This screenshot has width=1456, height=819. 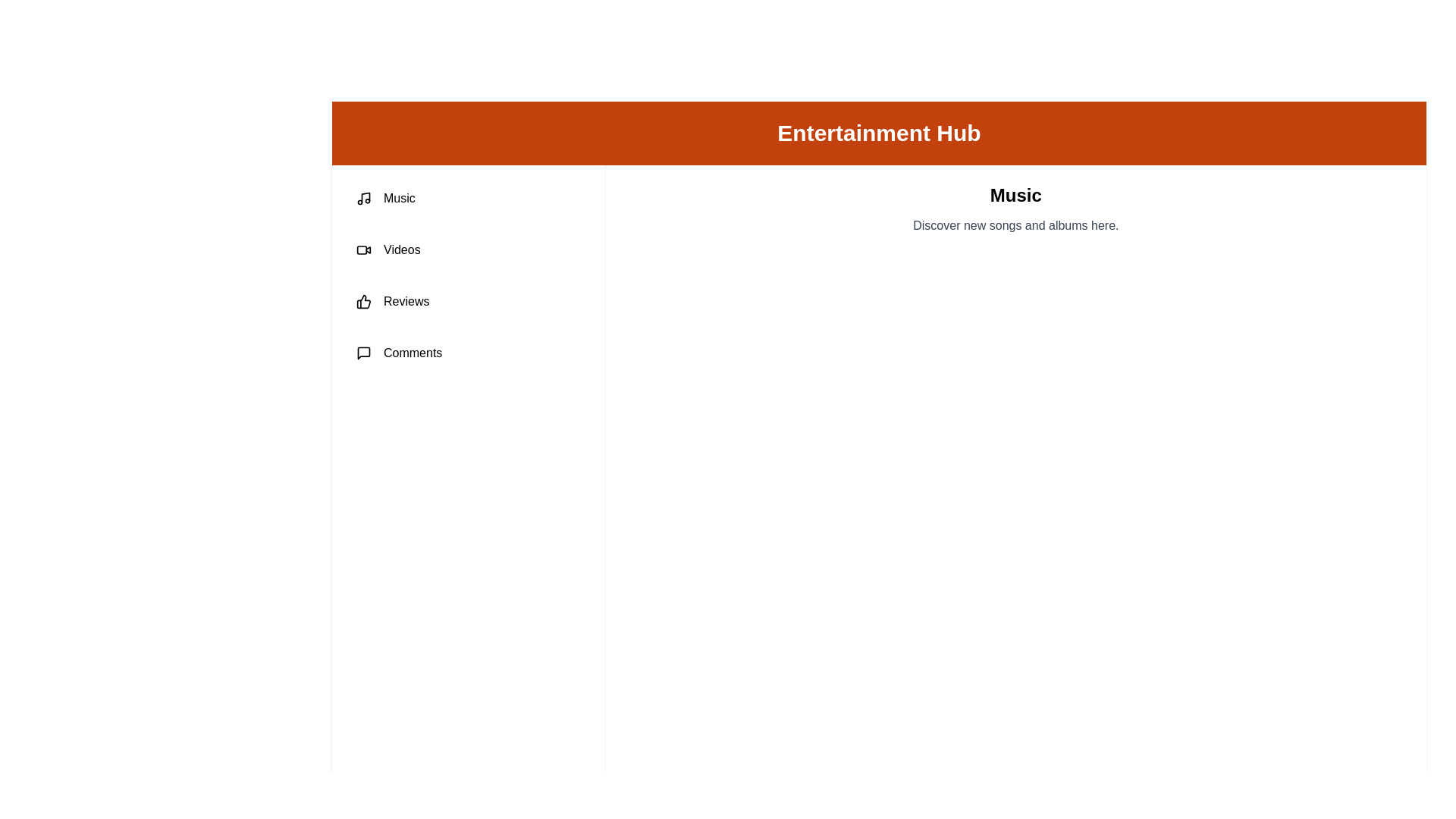 I want to click on the tab labeled Reviews from the tab list, so click(x=468, y=301).